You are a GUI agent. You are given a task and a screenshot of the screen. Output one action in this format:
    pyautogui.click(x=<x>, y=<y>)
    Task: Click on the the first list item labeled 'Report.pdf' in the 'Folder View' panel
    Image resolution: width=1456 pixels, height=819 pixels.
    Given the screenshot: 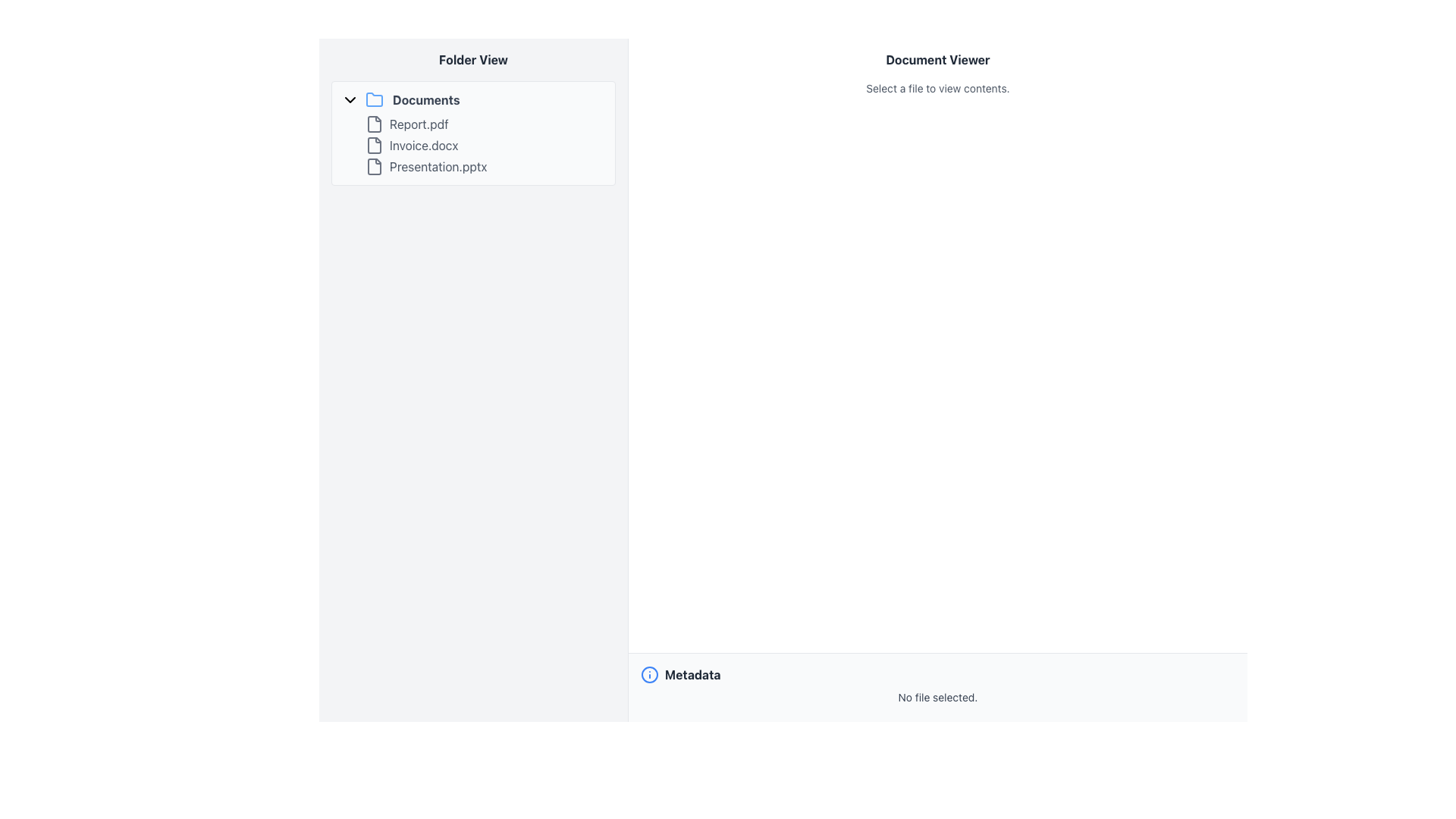 What is the action you would take?
    pyautogui.click(x=485, y=124)
    